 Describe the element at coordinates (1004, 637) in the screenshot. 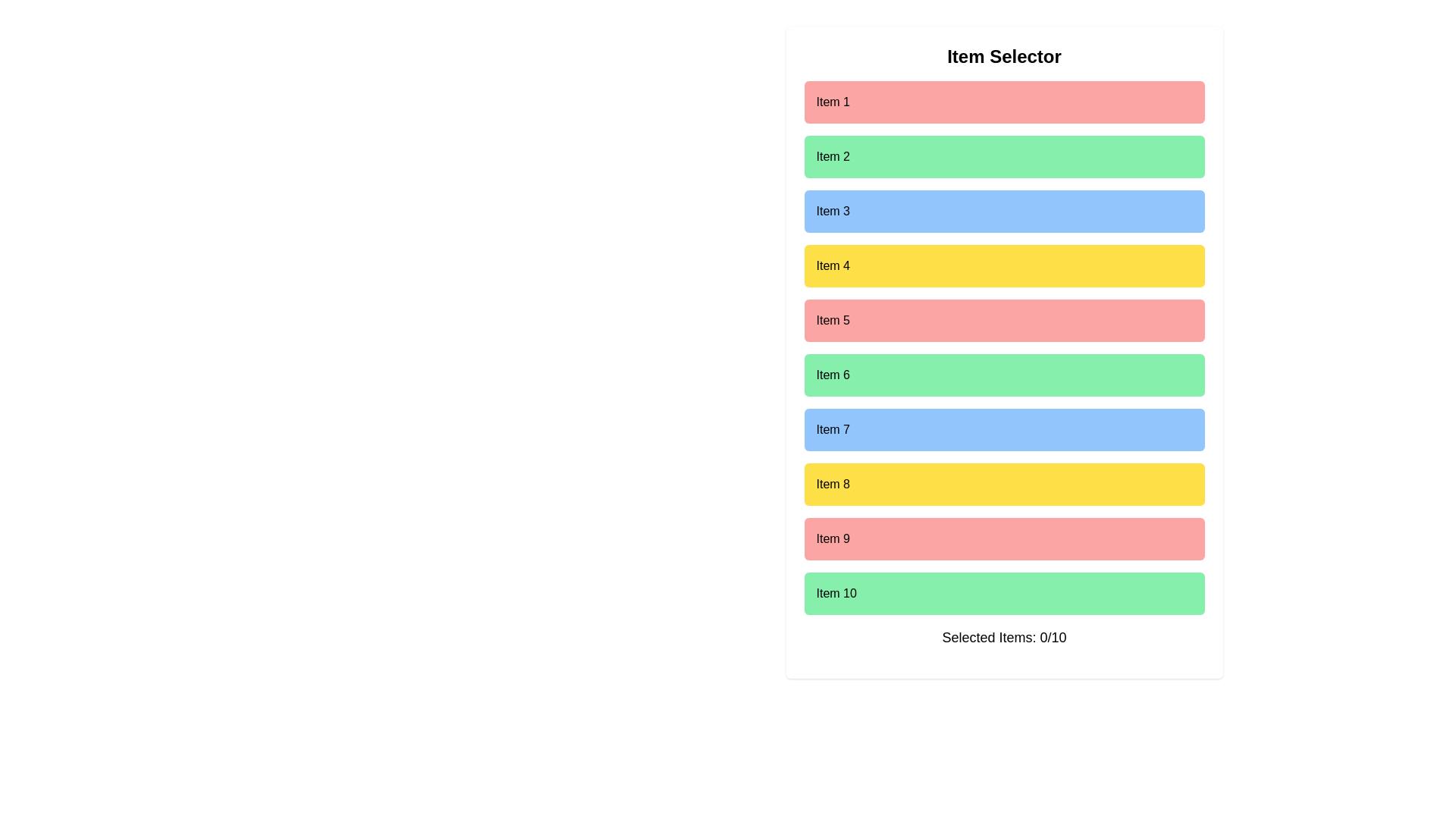

I see `the text label that indicates the number of items selected out of the total available items, located at the bottom of the 'Item Selector' card` at that location.